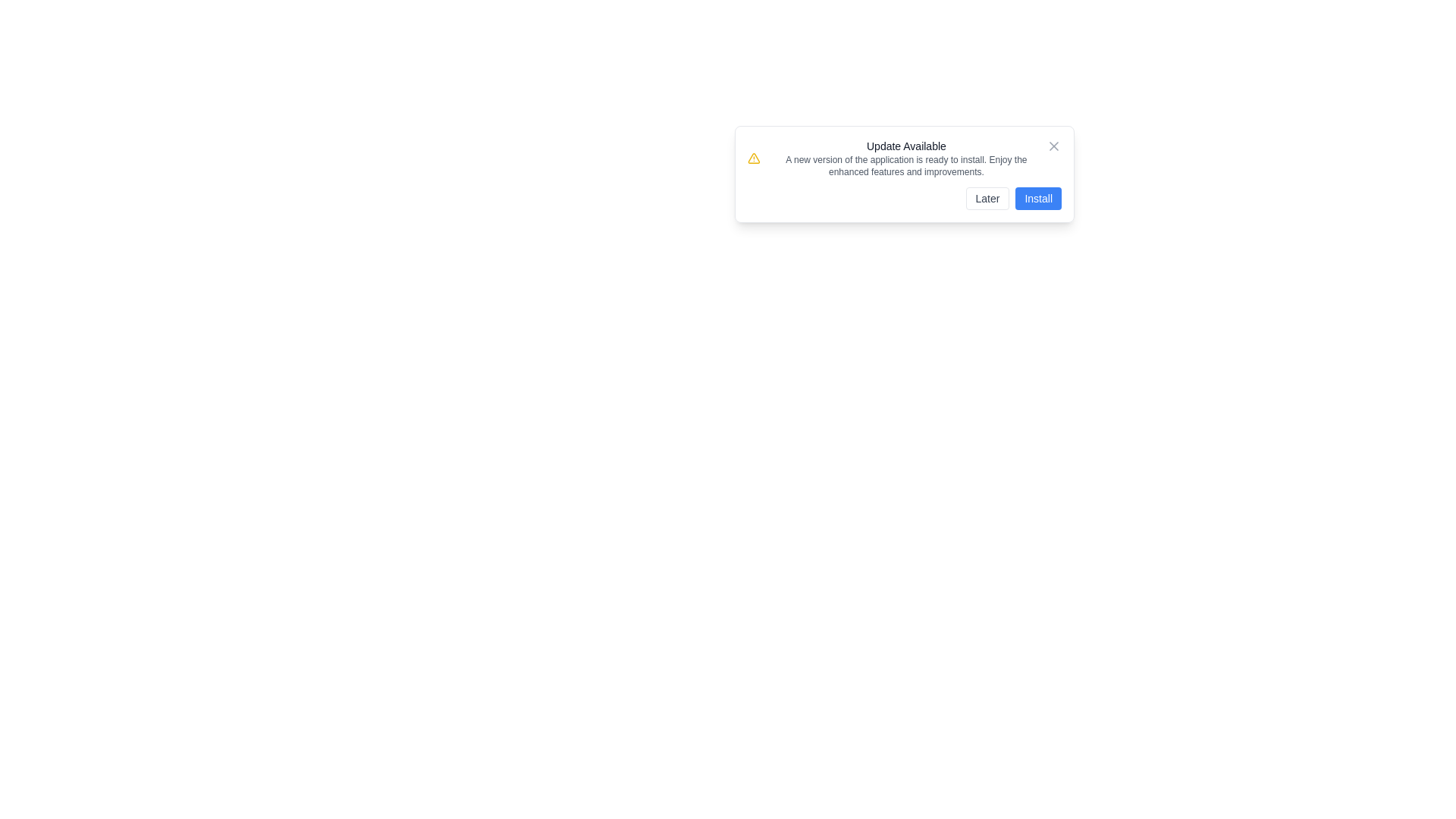 The width and height of the screenshot is (1456, 819). What do you see at coordinates (906, 146) in the screenshot?
I see `the text label that says 'Update Available', which is prominently placed at the top of the notification card` at bounding box center [906, 146].